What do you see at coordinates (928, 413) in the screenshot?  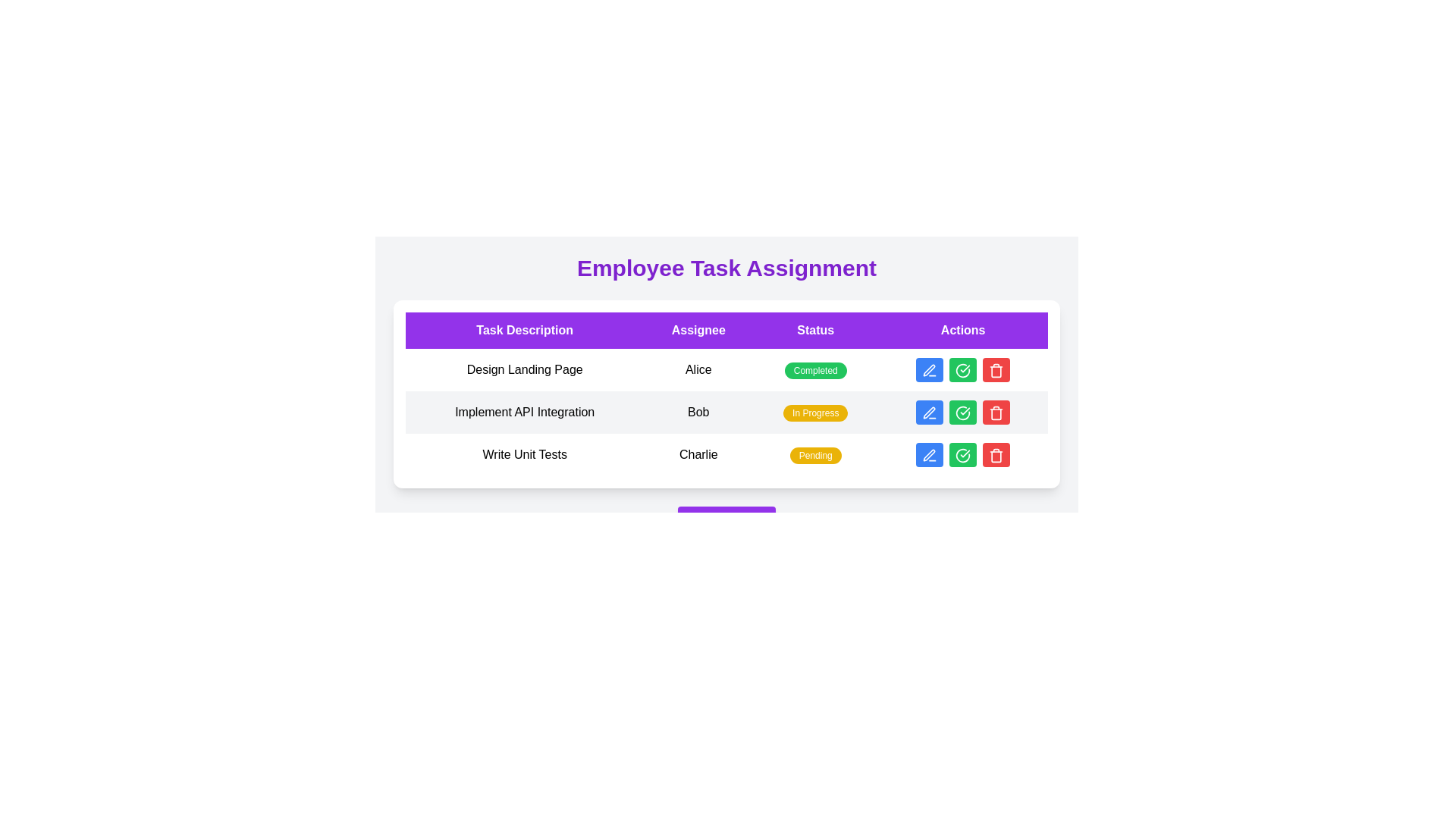 I see `the edit button icon represented by a pen symbol in the 'Actions' column of the second row in the task table for the 'Implement API Integration' task` at bounding box center [928, 413].